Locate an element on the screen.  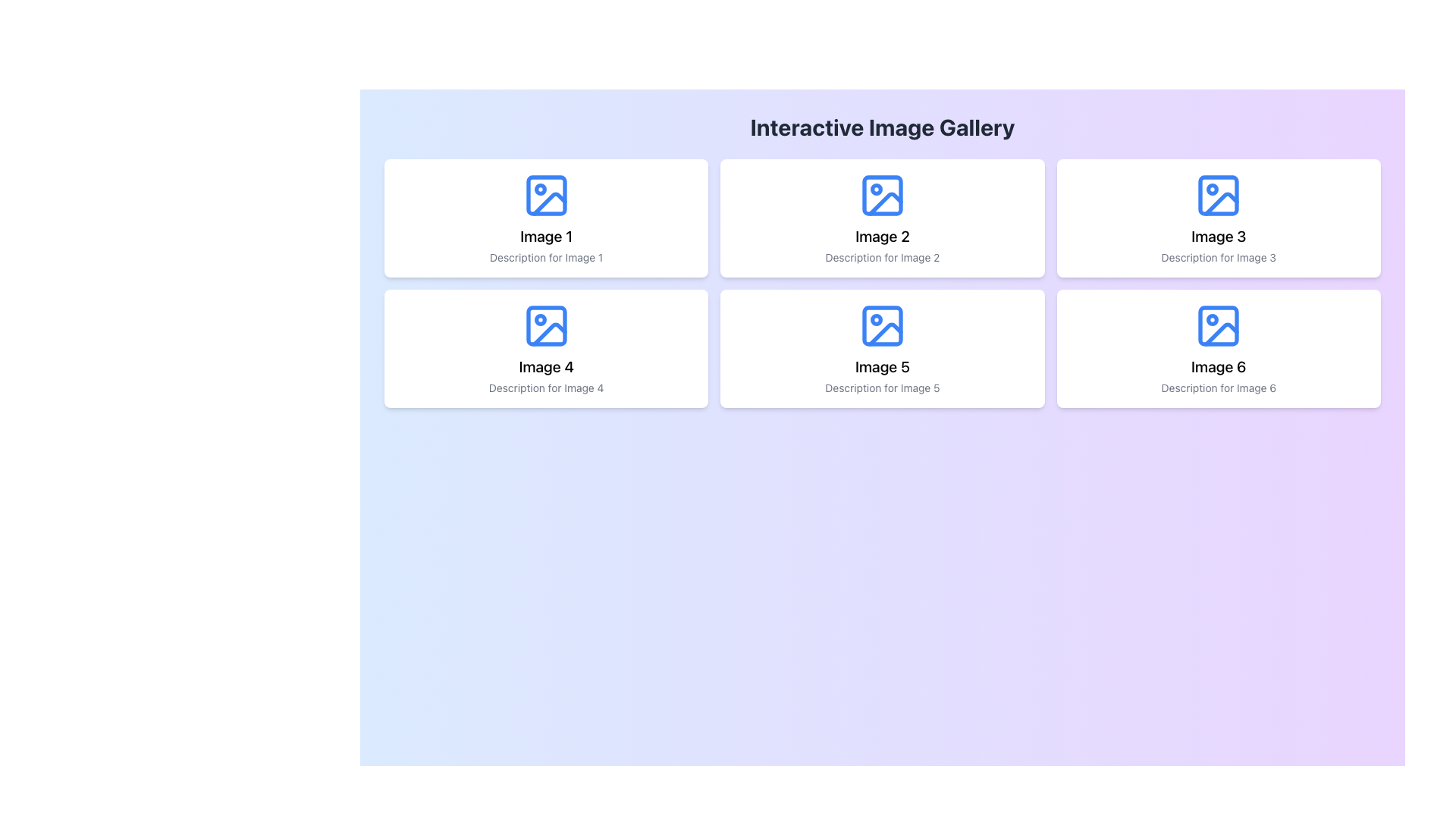
the static text label providing a description for 'Image 2', located below its title within the gallery card is located at coordinates (882, 256).